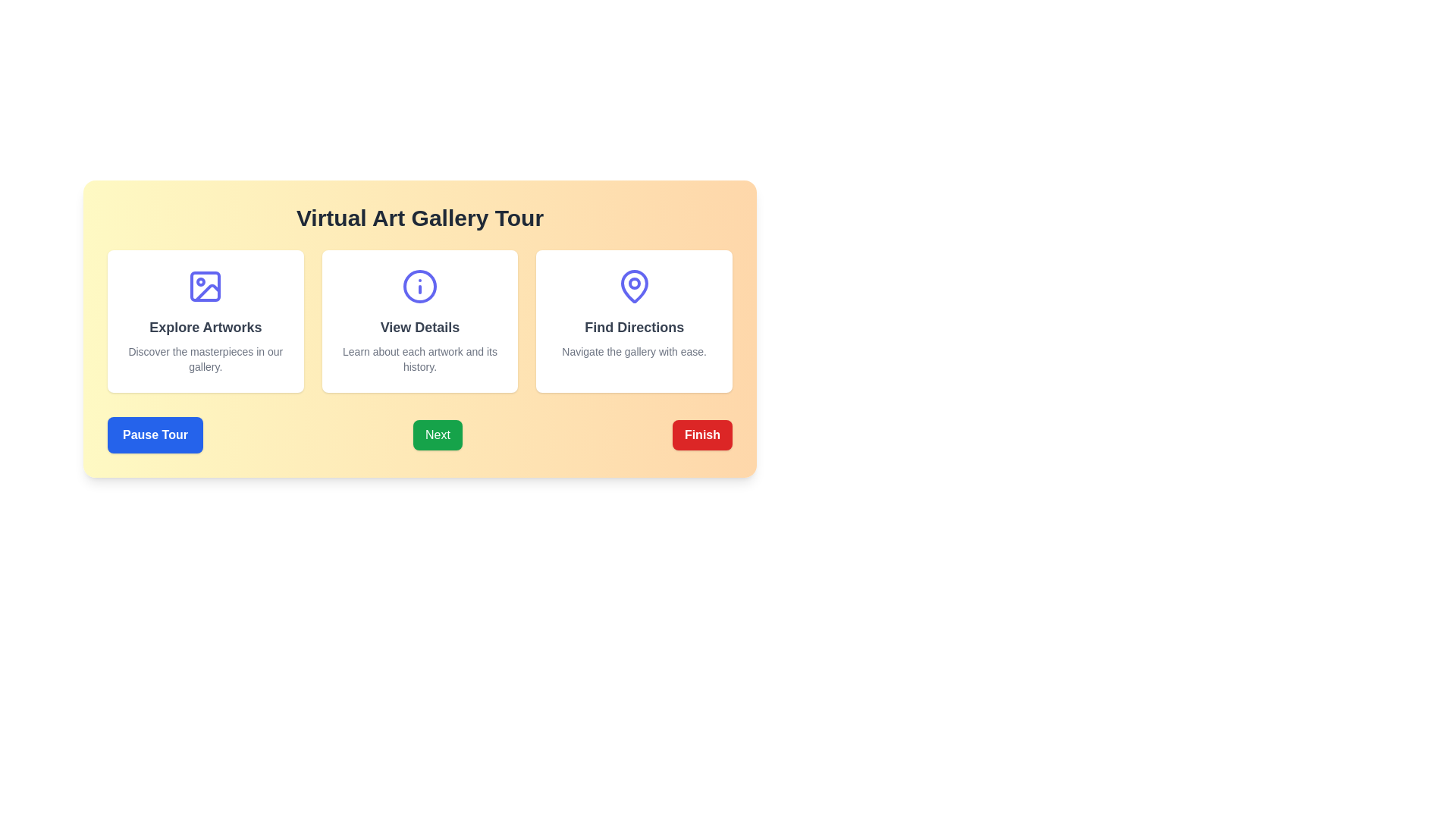 The width and height of the screenshot is (1456, 819). Describe the element at coordinates (419, 287) in the screenshot. I see `the Information Icon, which is a circular shape with an inner 'i' character, located in the second card under the 'View Details' heading in the Virtual Art Gallery Tour interface` at that location.